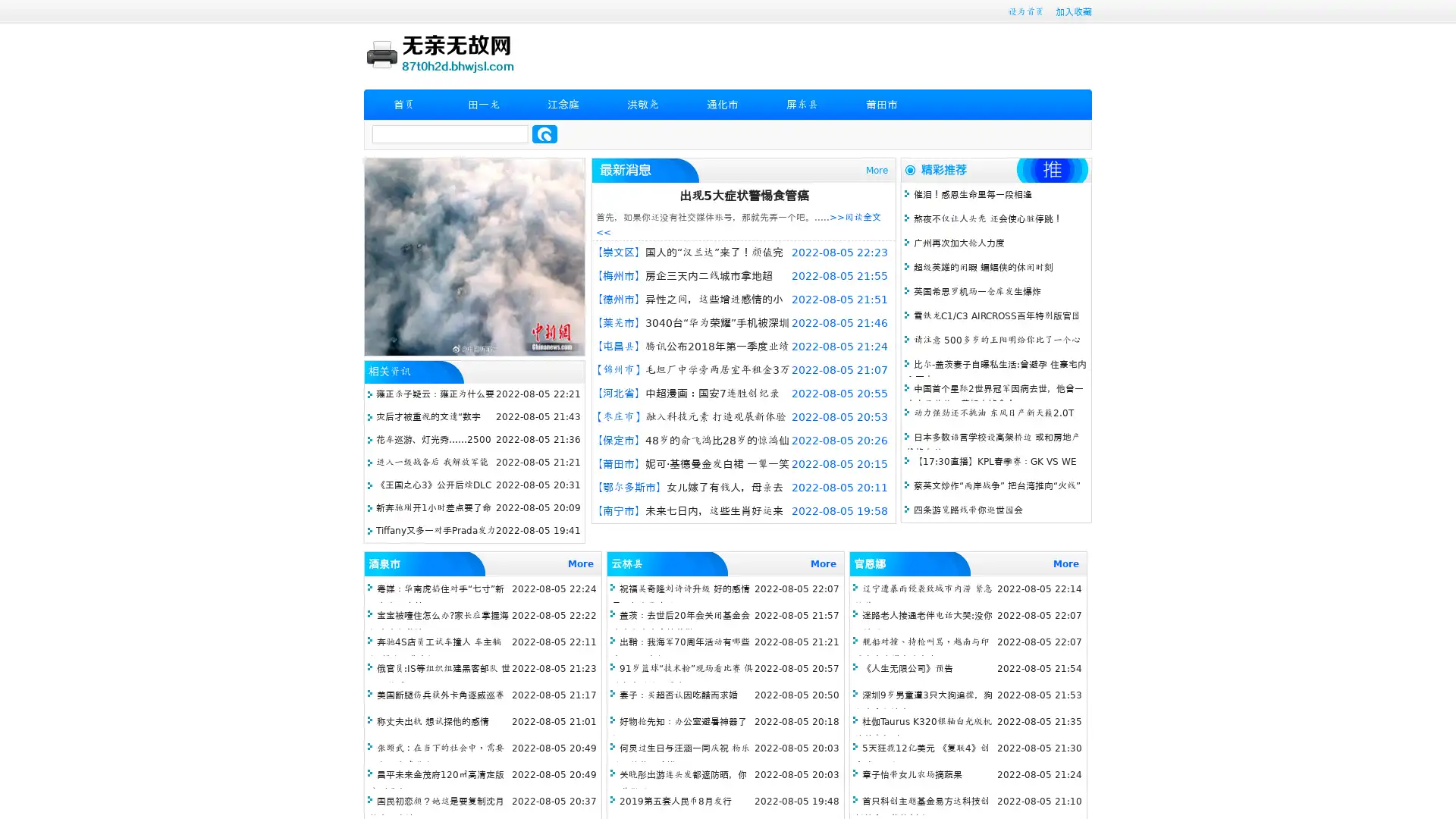 Image resolution: width=1456 pixels, height=819 pixels. What do you see at coordinates (544, 133) in the screenshot?
I see `Search` at bounding box center [544, 133].